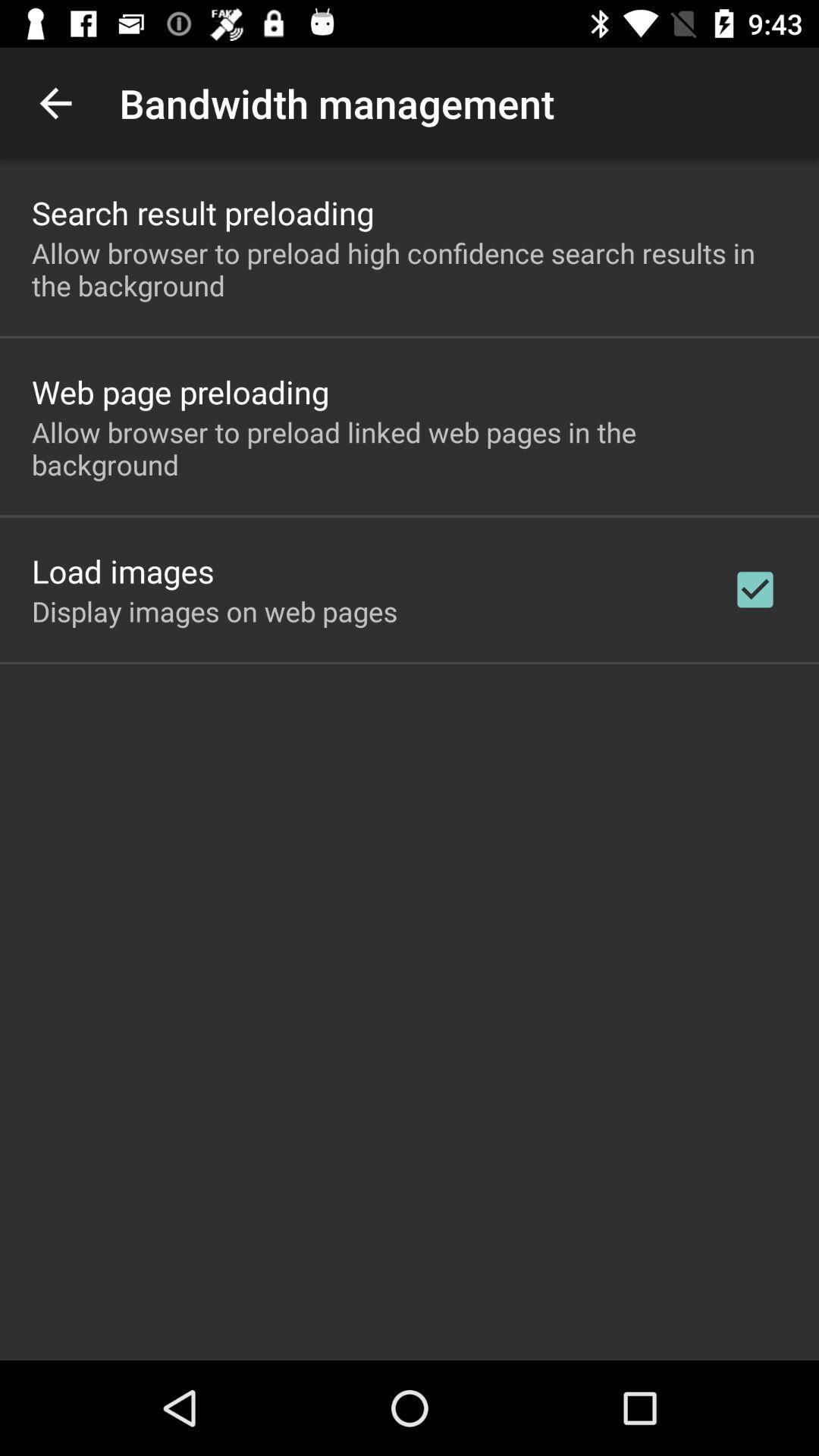 The height and width of the screenshot is (1456, 819). Describe the element at coordinates (180, 391) in the screenshot. I see `icon below the allow browser to app` at that location.